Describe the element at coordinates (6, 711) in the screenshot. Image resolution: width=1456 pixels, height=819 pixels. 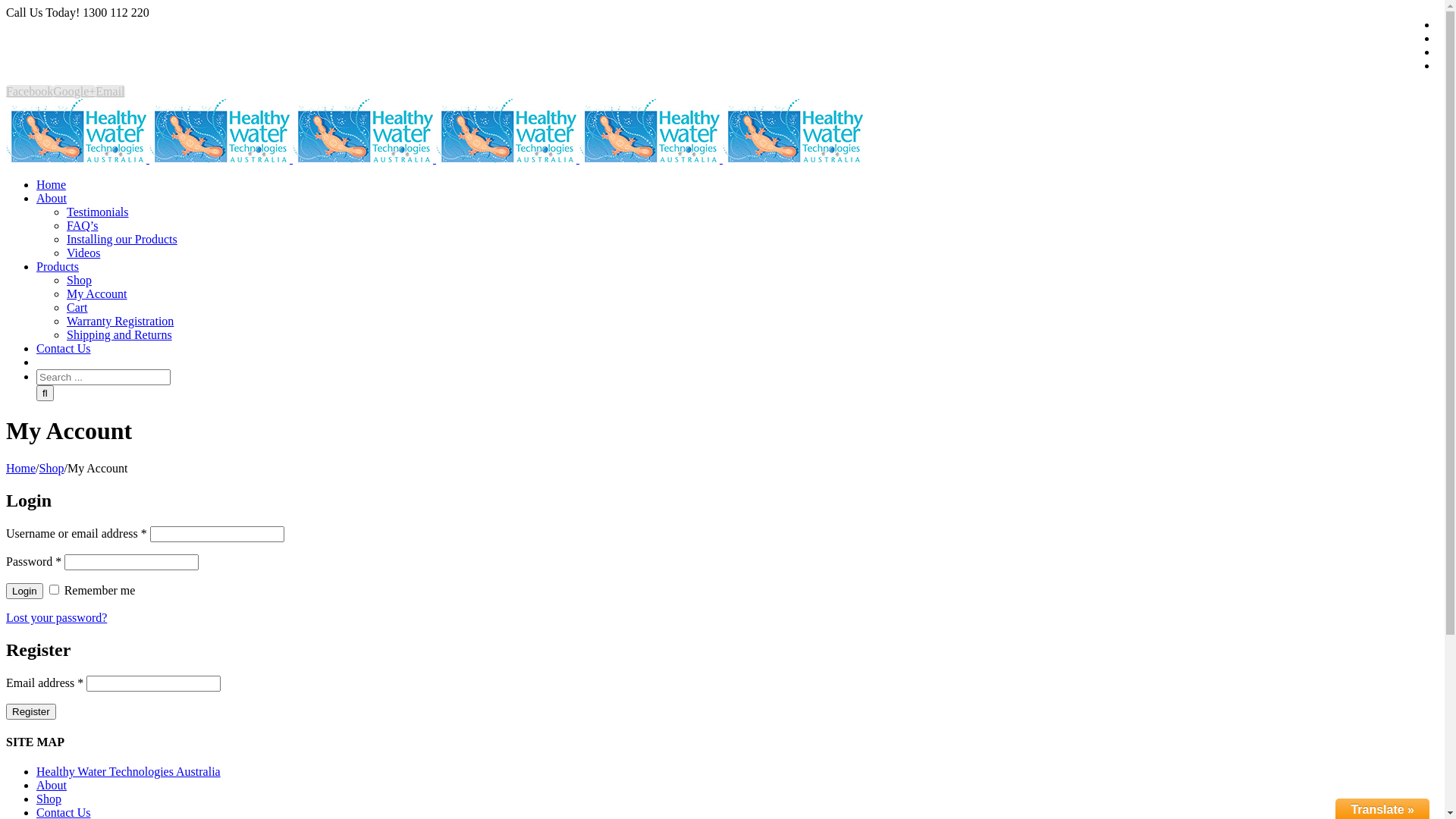
I see `'Register'` at that location.